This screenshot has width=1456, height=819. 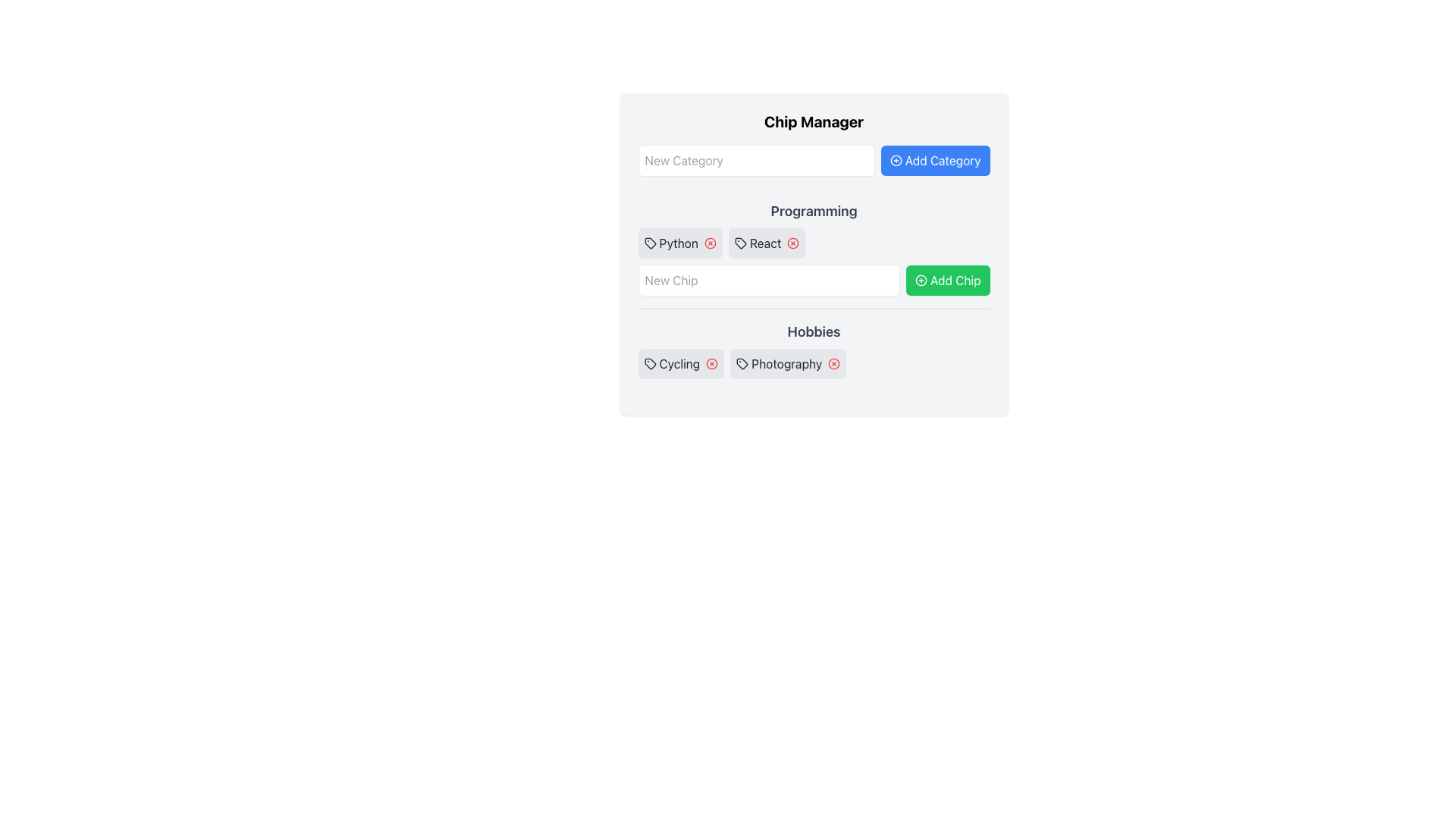 I want to click on the red circular 'x' button adjacent to the 'Python' tag in the 'Programming' section, so click(x=706, y=242).